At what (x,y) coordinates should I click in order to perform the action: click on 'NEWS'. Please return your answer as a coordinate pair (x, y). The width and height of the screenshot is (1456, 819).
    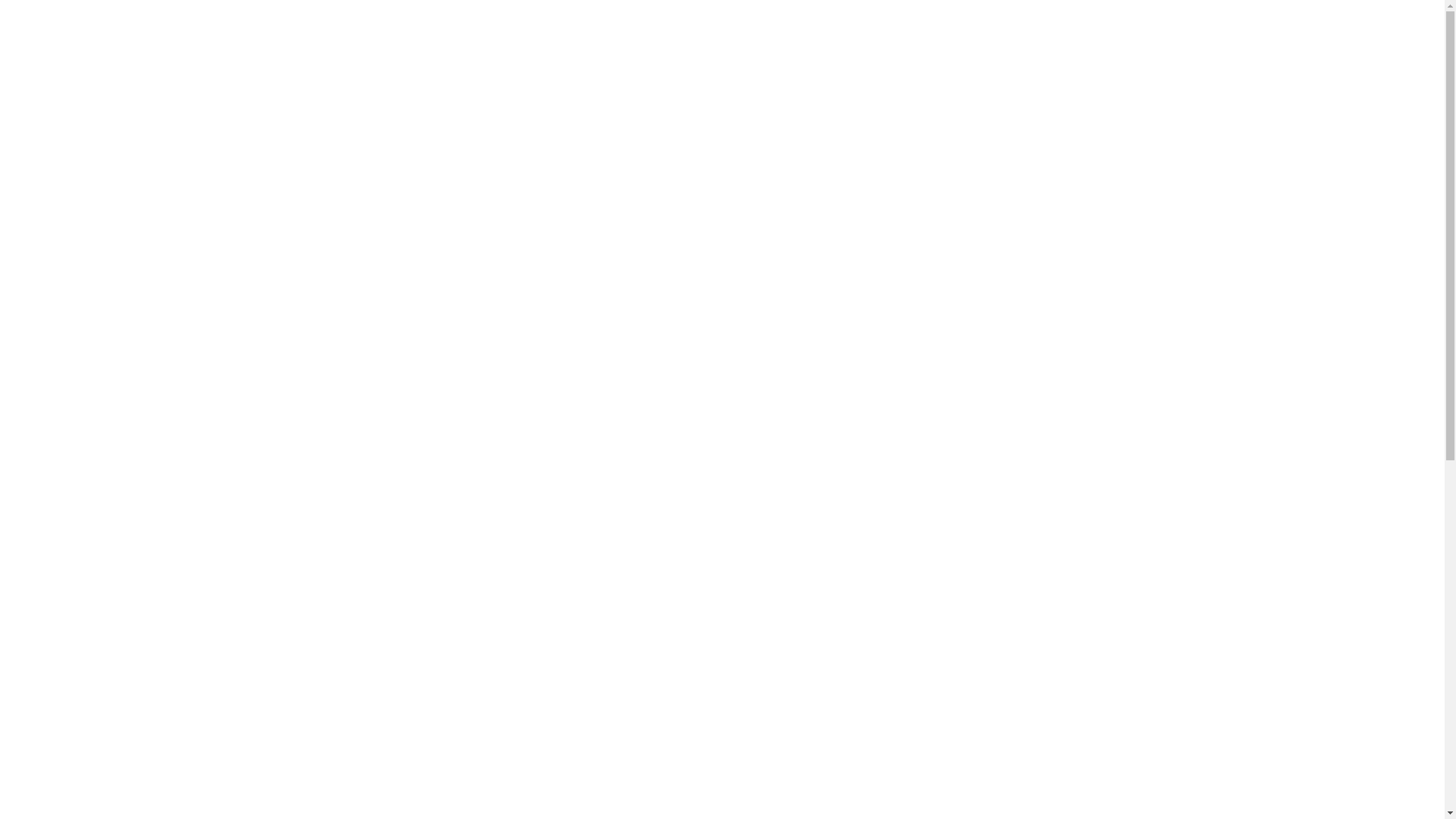
    Looking at the image, I should click on (708, 90).